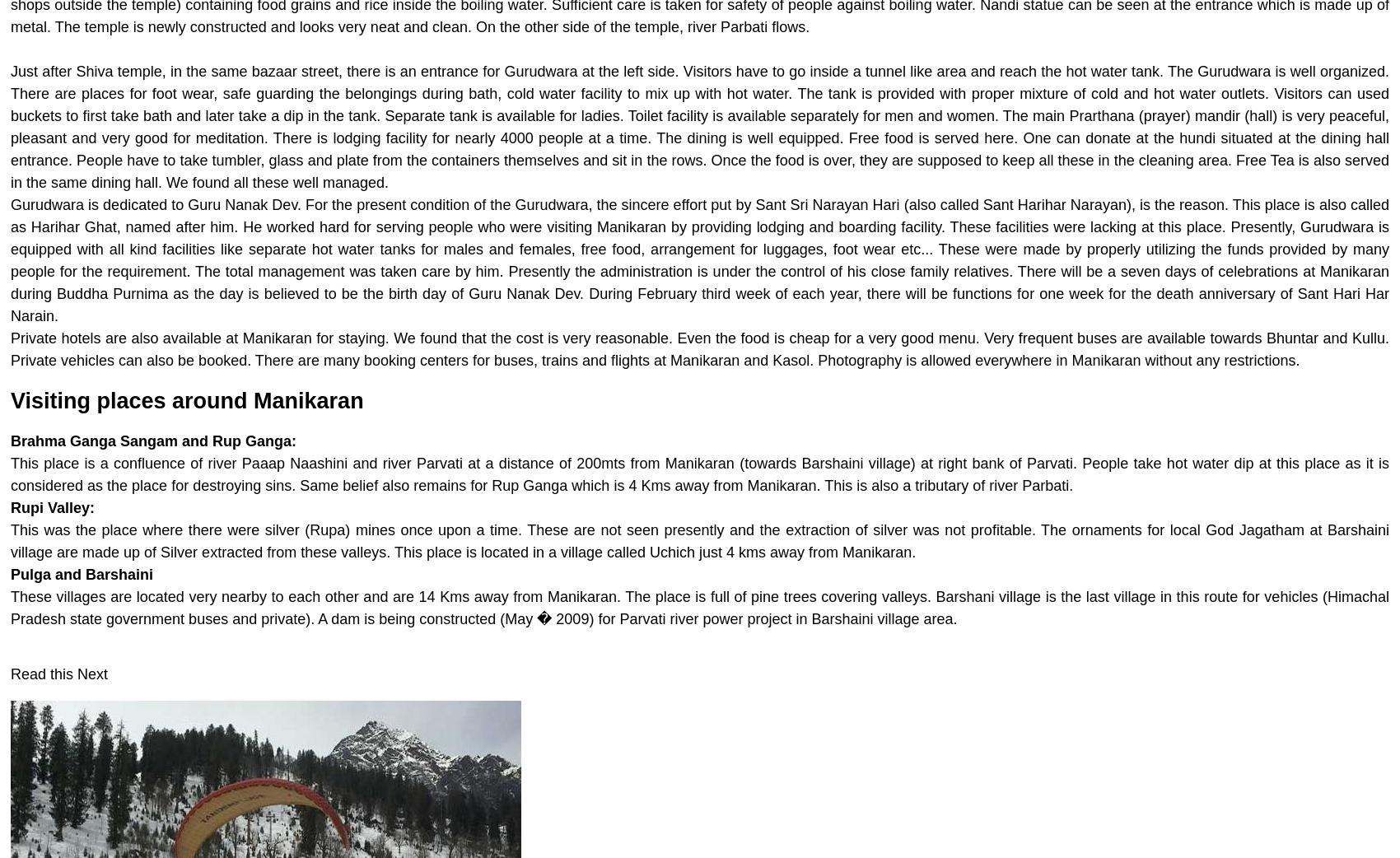  Describe the element at coordinates (10, 607) in the screenshot. I see `'These villages are located very nearby to each other and are 14 Kms away from Manikaran. The place is full of pine trees covering valleys. Barshani village is the last village in this route for vehicles (Himachal Pradesh state government buses and private). A dam is being constructed (May � 2009) for Parvati river power project in Barshaini village area.'` at that location.